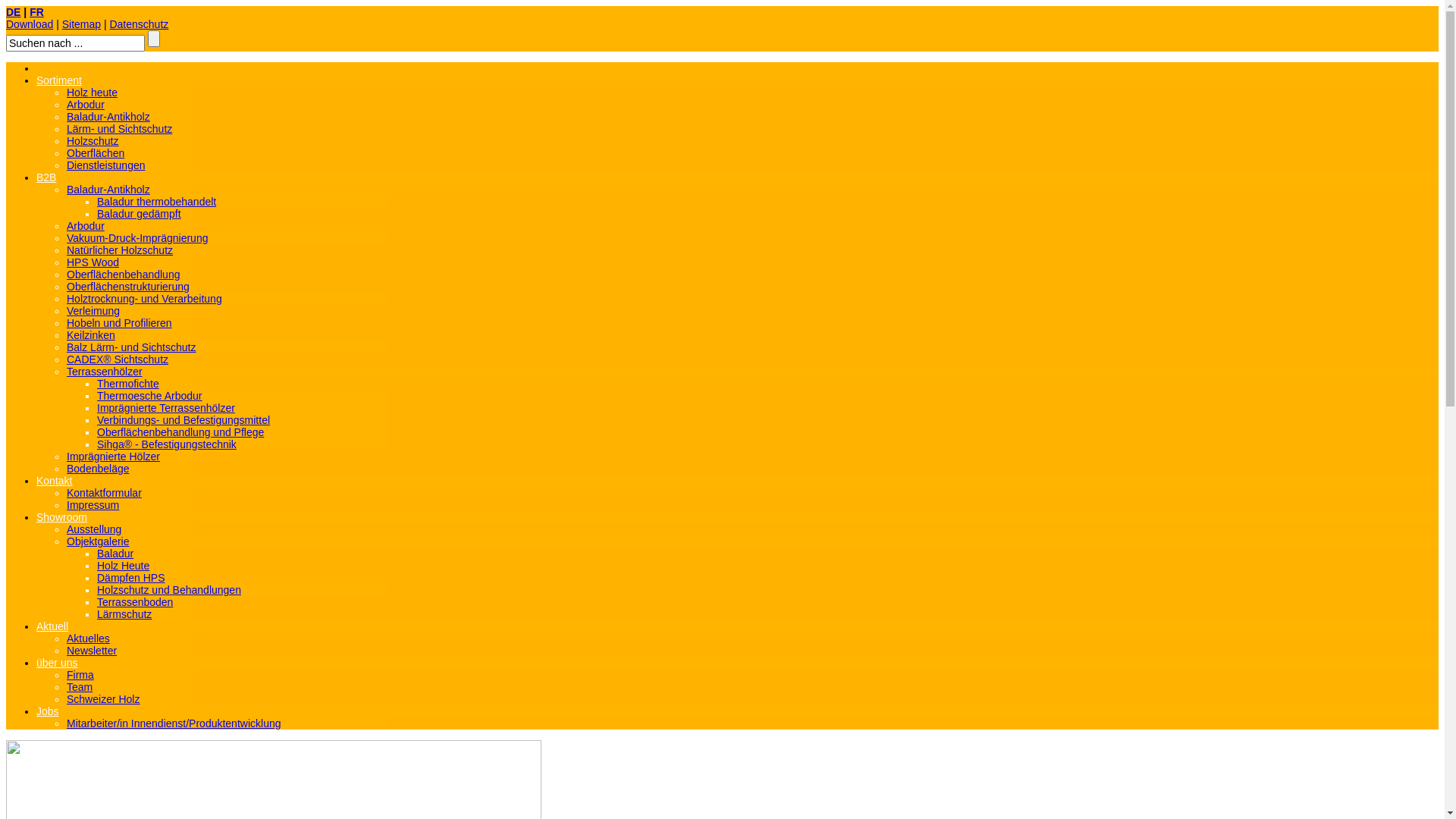 Image resolution: width=1456 pixels, height=819 pixels. What do you see at coordinates (105, 165) in the screenshot?
I see `'Dienstleistungen'` at bounding box center [105, 165].